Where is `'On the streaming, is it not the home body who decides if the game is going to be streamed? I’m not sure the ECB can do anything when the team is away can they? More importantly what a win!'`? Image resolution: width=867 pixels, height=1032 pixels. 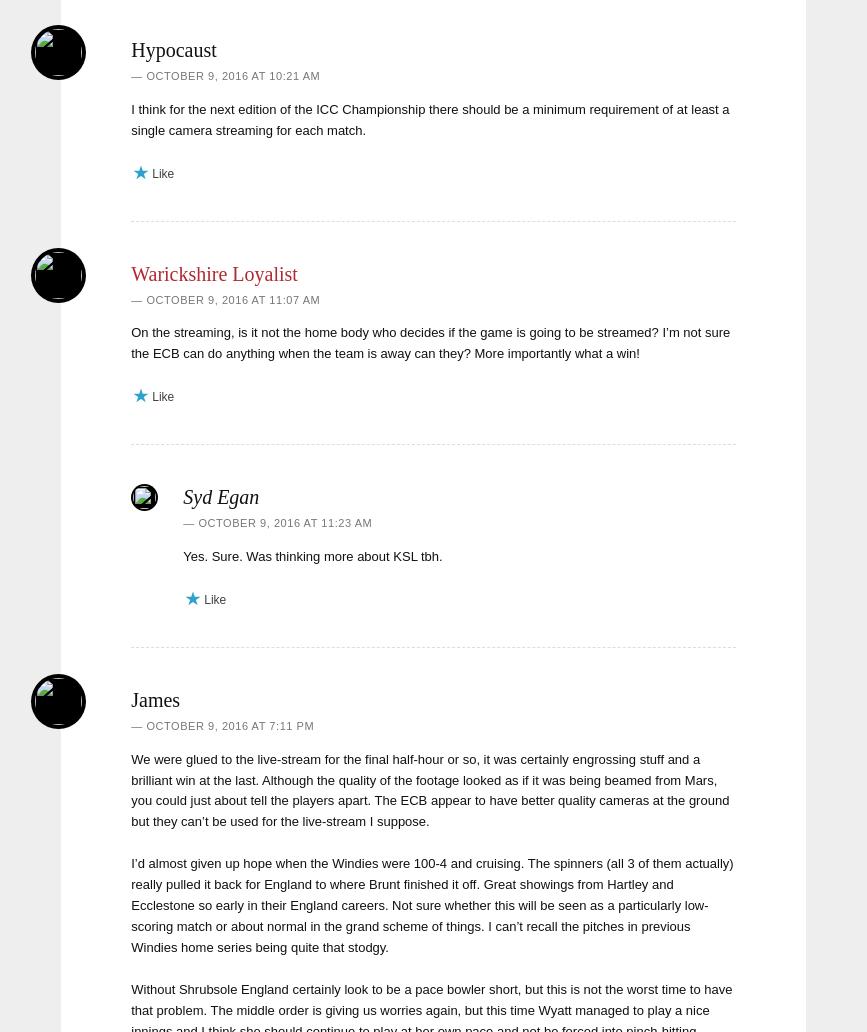 'On the streaming, is it not the home body who decides if the game is going to be streamed? I’m not sure the ECB can do anything when the team is away can they? More importantly what a win!' is located at coordinates (430, 343).